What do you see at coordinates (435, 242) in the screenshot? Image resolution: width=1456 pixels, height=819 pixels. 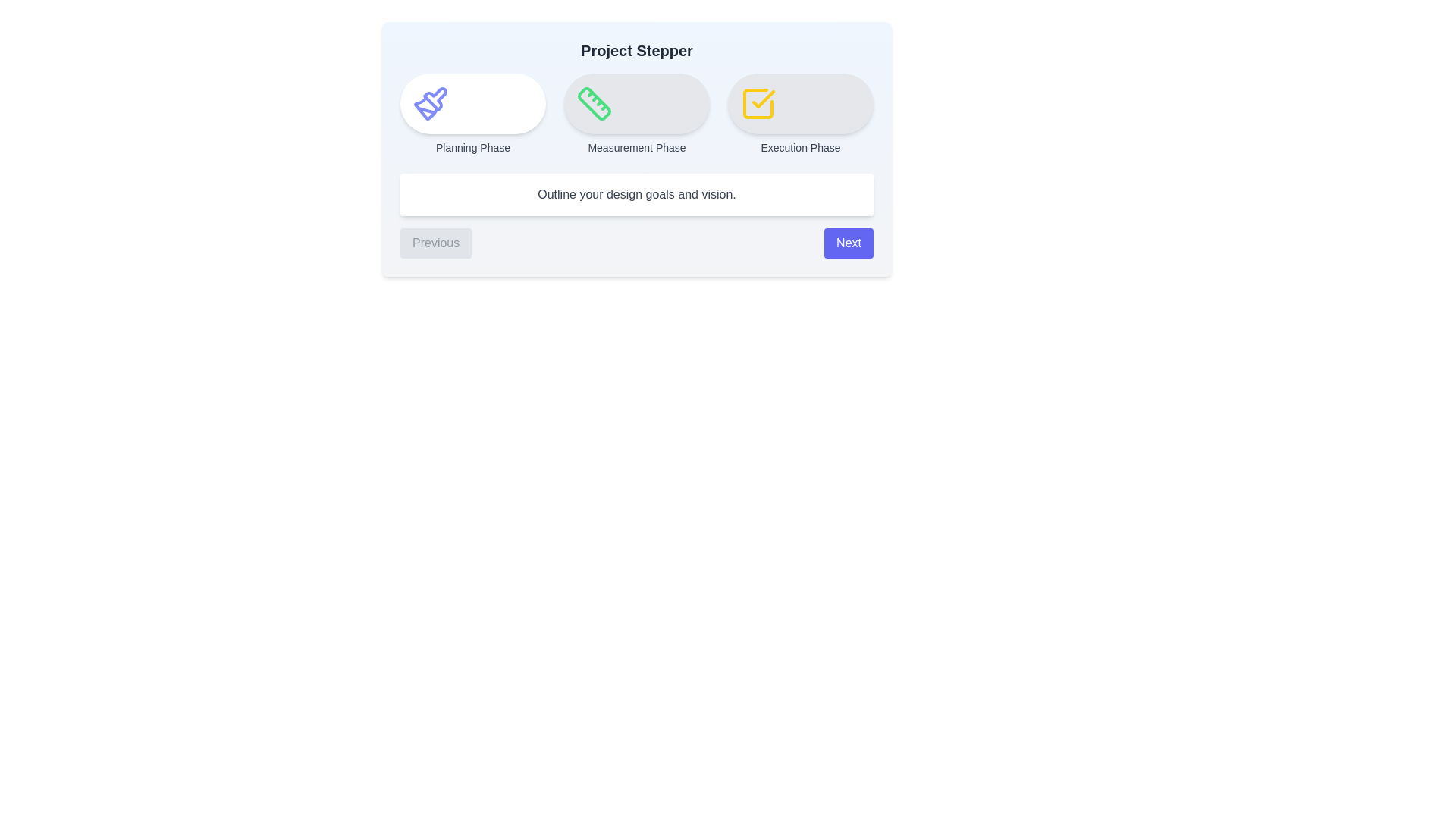 I see `the 'Previous' button to navigate to the previous step` at bounding box center [435, 242].